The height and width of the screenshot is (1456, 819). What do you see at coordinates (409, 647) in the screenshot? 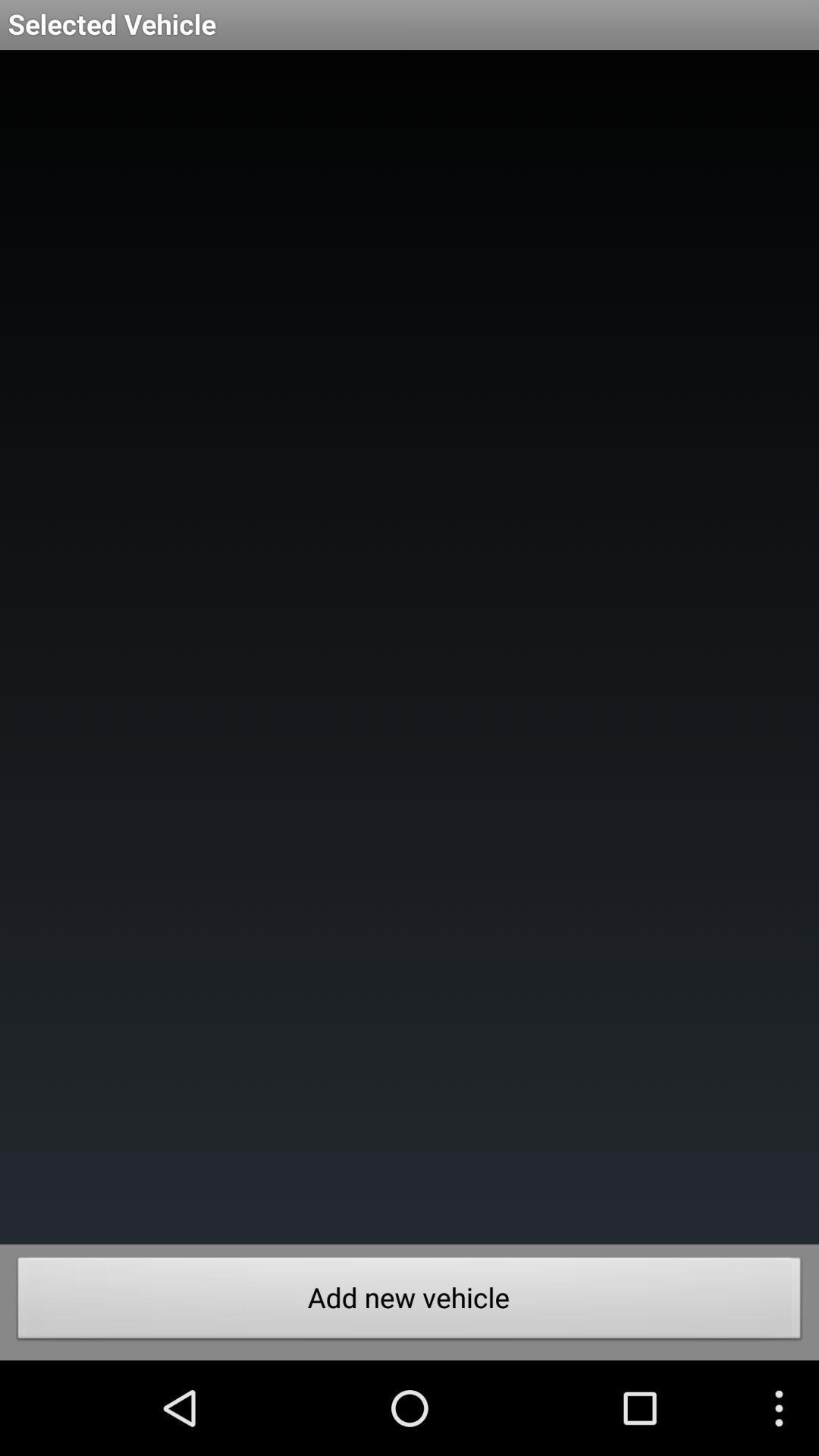
I see `item above add new vehicle item` at bounding box center [409, 647].